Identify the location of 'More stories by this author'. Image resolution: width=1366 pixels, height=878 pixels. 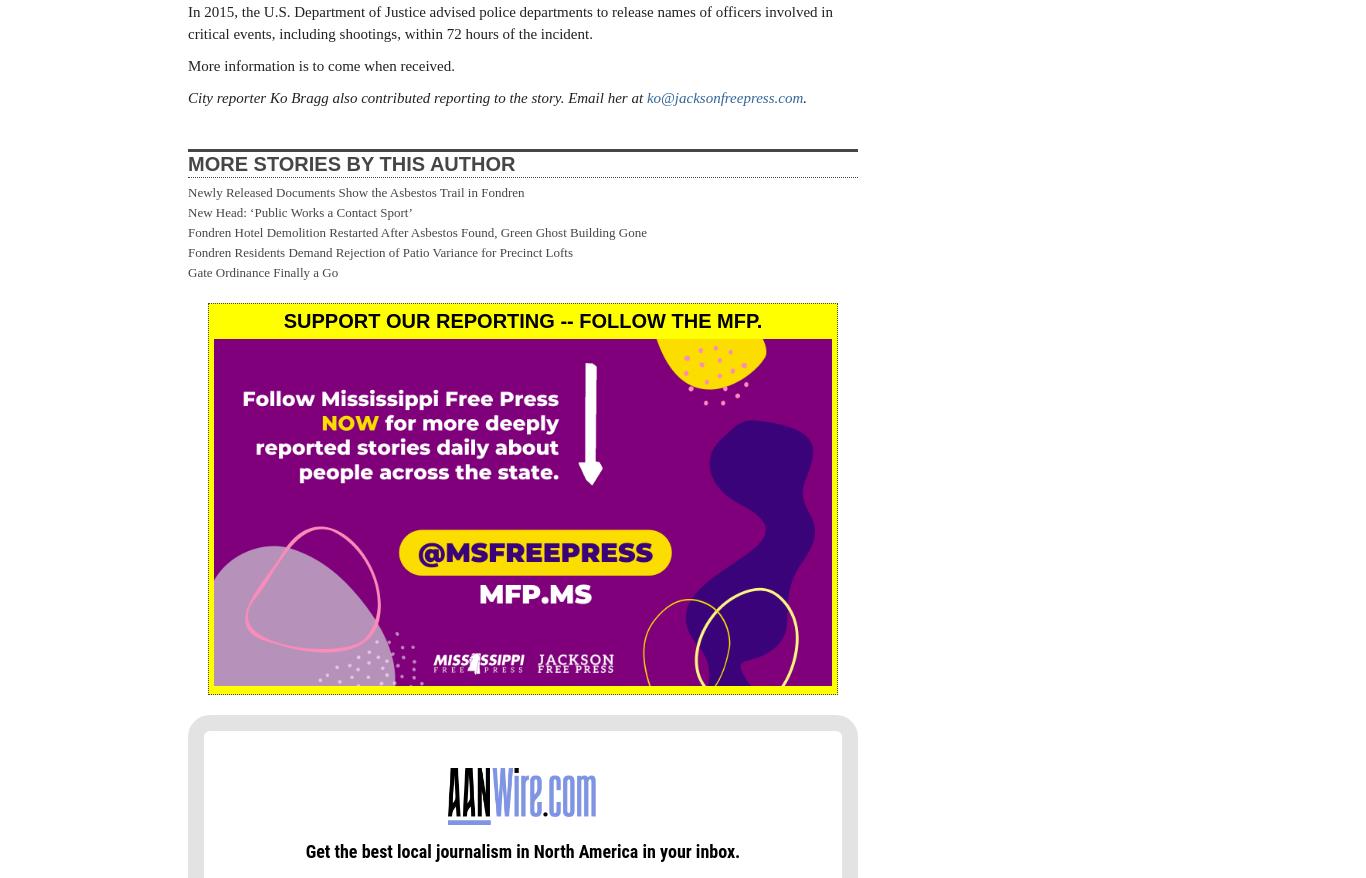
(186, 162).